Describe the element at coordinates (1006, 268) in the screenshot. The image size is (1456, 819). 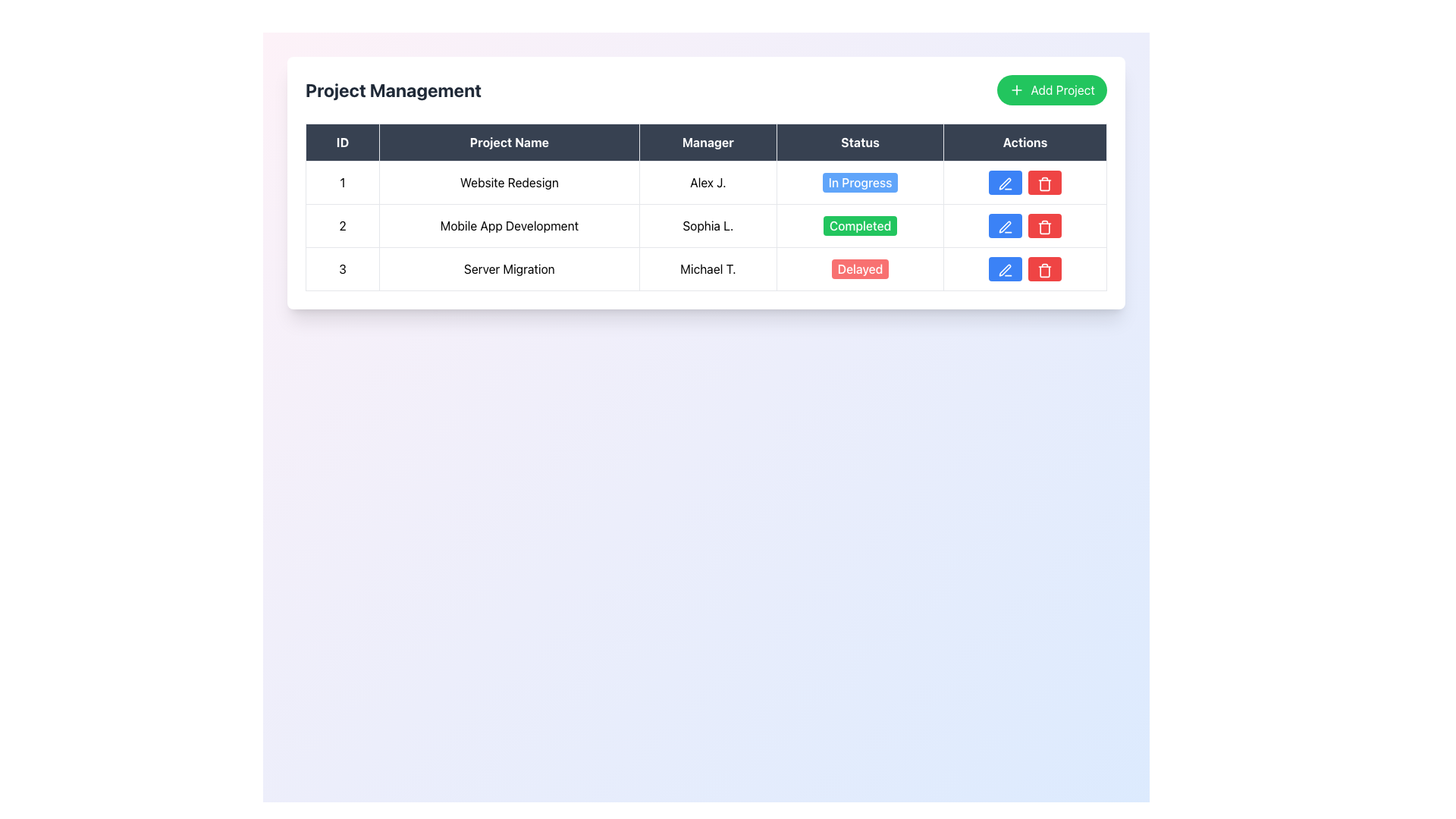
I see `the blue rounded rectangle button with a pen icon in the 'Actions' column of the last row, corresponding to the 'Server Migration' project, to observe any visual feedback` at that location.